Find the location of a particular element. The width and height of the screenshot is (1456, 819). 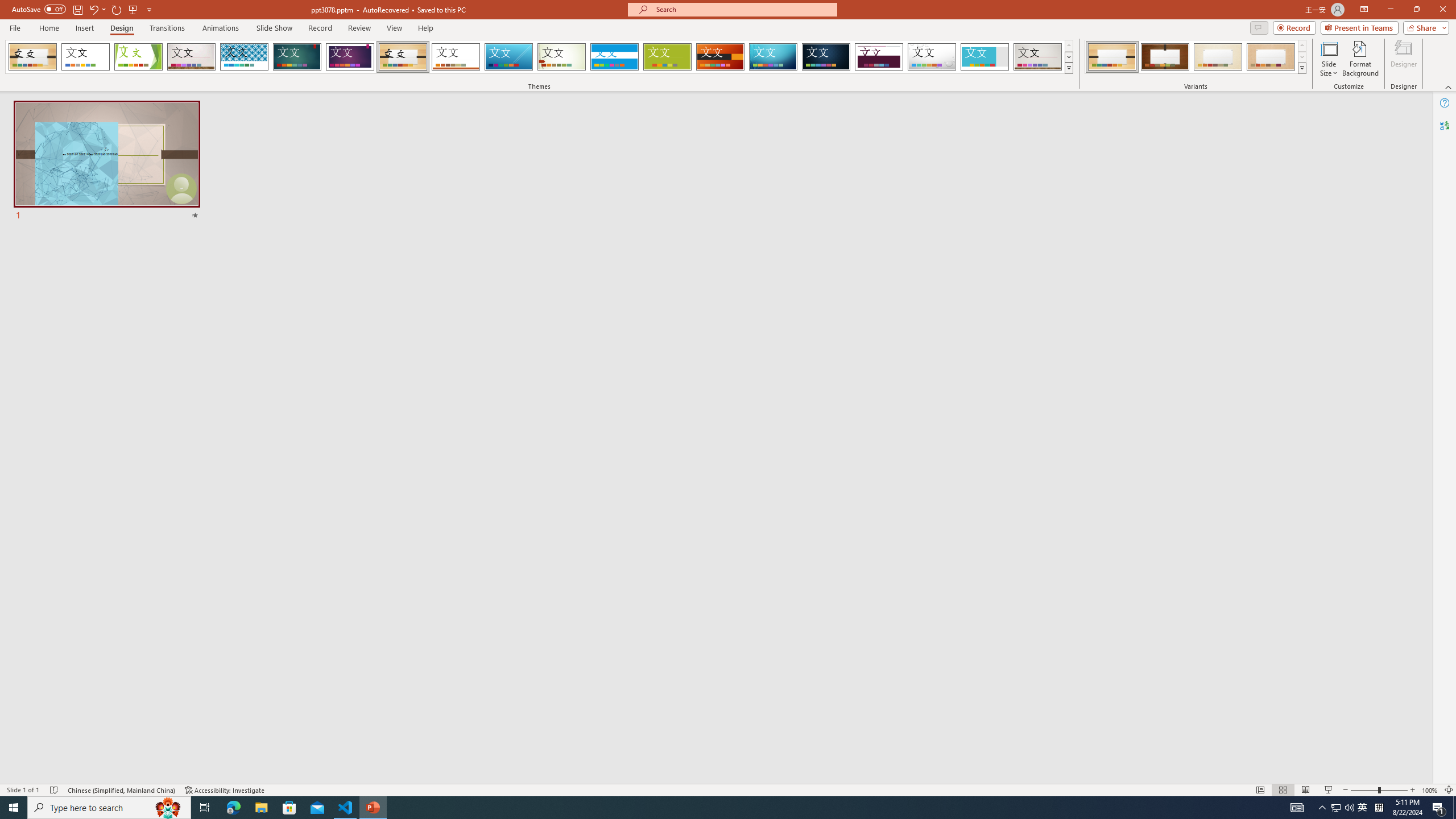

'Organic Variant 3' is located at coordinates (1217, 56).